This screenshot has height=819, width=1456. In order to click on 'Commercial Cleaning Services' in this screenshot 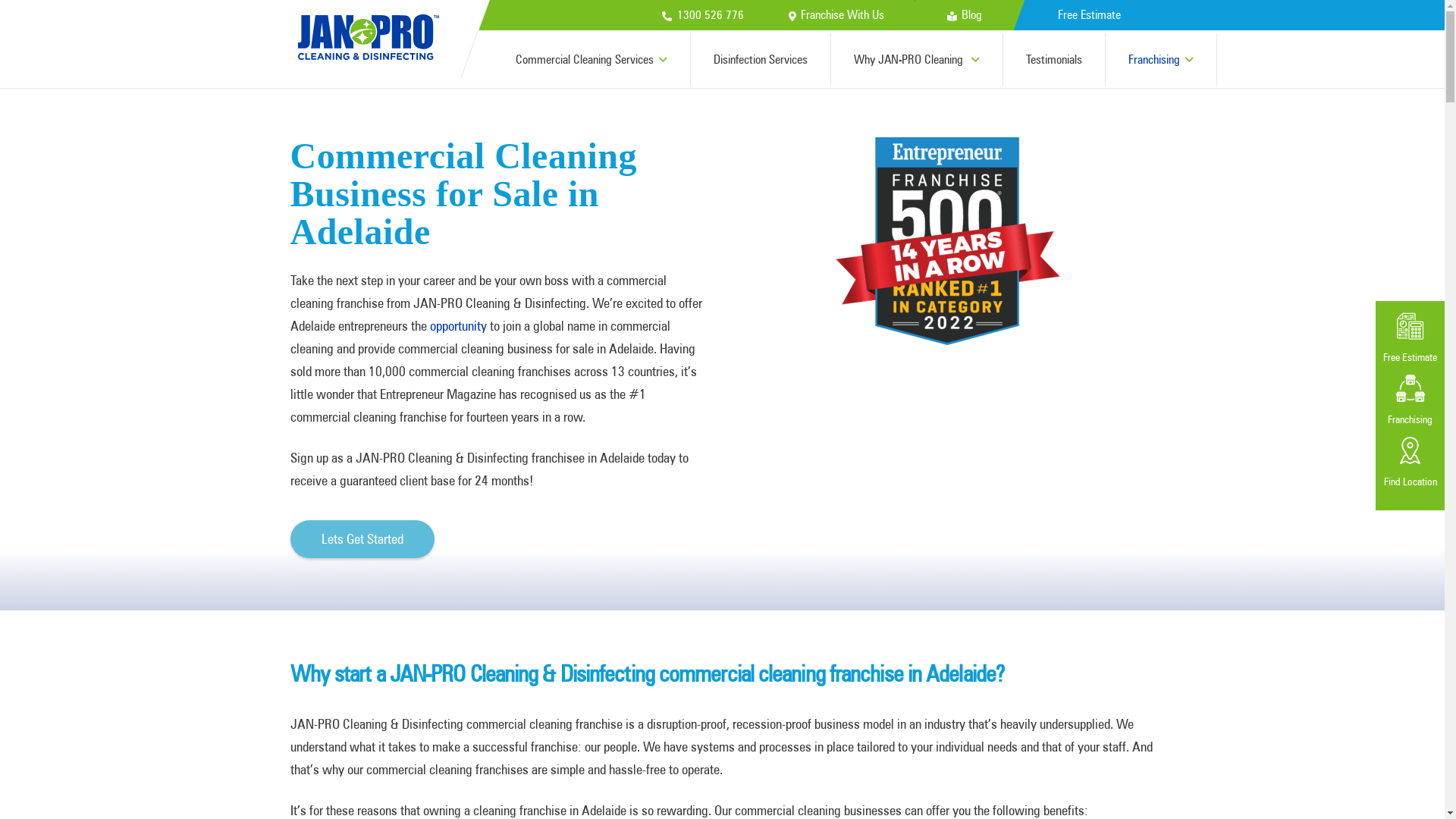, I will do `click(591, 58)`.